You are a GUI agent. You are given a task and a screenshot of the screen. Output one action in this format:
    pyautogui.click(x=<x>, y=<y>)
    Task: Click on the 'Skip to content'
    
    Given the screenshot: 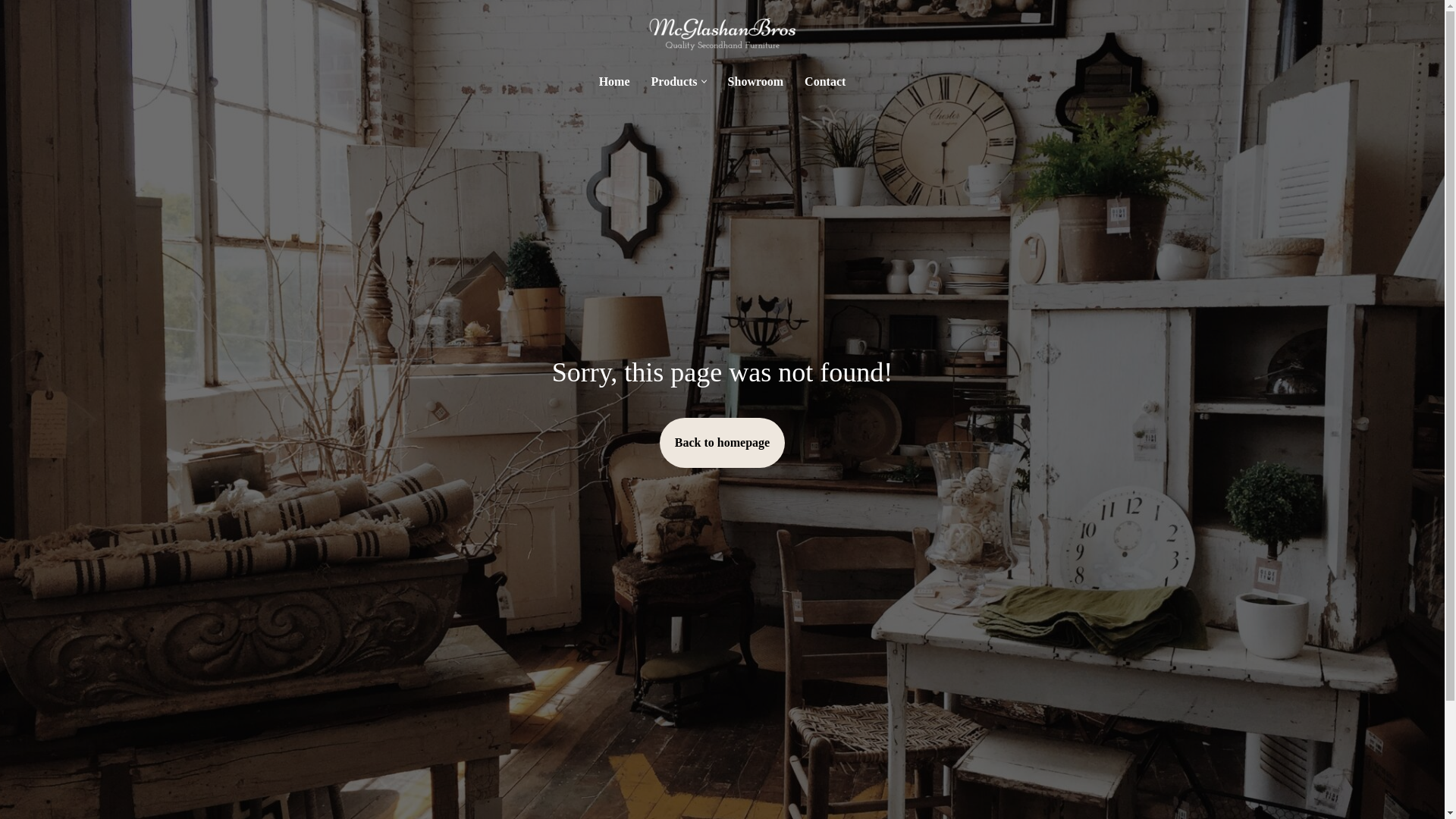 What is the action you would take?
    pyautogui.click(x=11, y=32)
    